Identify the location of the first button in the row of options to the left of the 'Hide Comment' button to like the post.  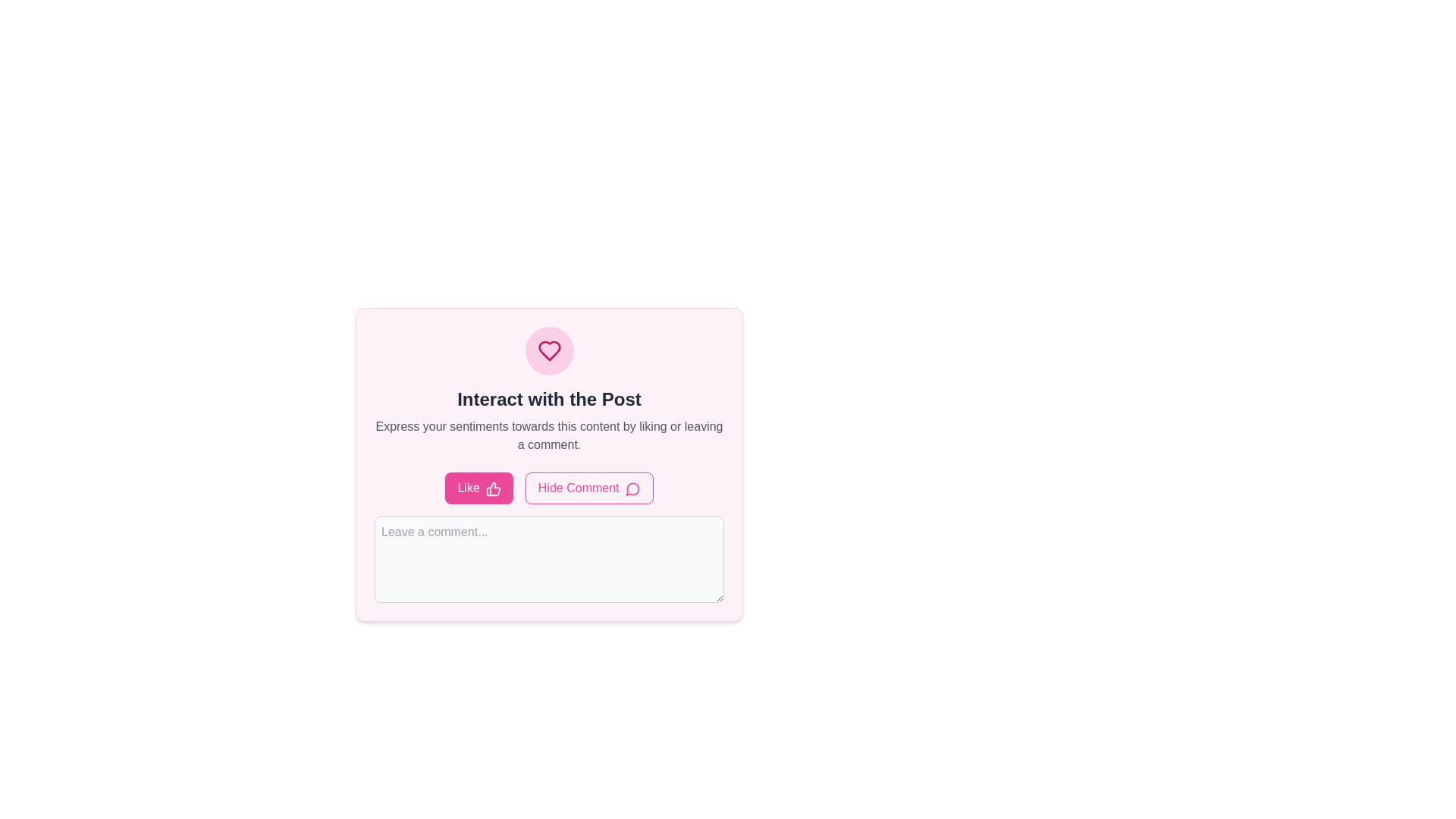
(479, 488).